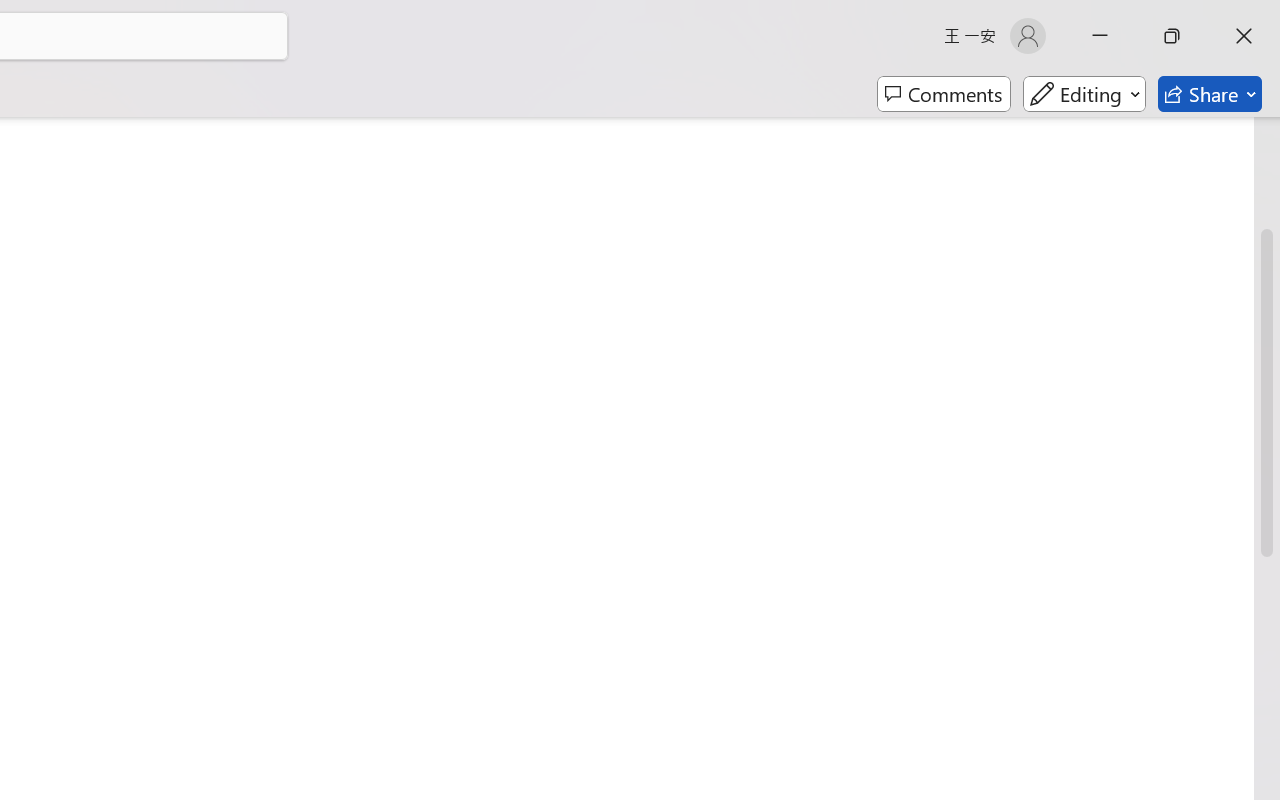 The width and height of the screenshot is (1280, 800). What do you see at coordinates (943, 94) in the screenshot?
I see `'Comments'` at bounding box center [943, 94].